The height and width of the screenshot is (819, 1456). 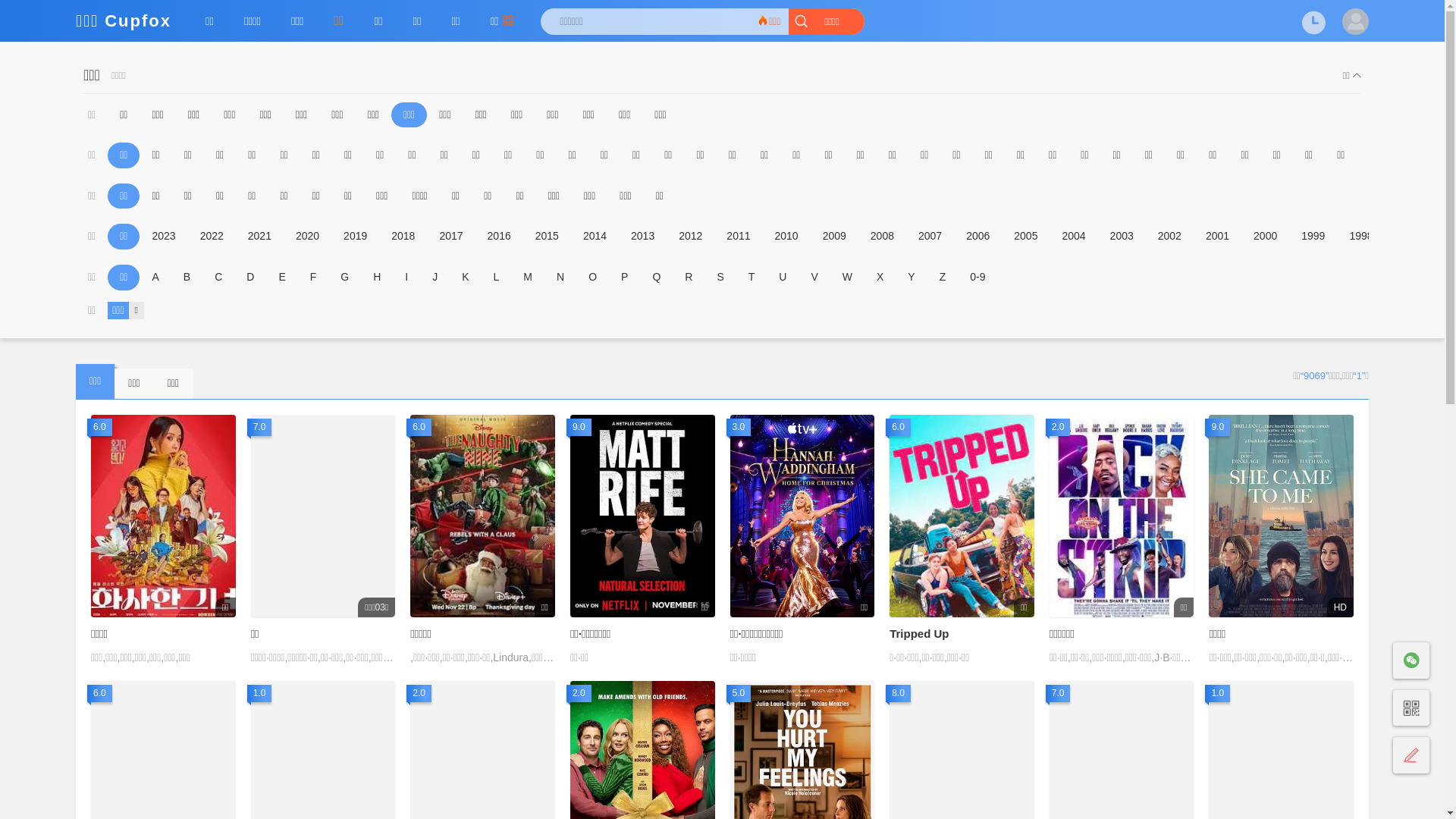 I want to click on '2000', so click(x=1265, y=237).